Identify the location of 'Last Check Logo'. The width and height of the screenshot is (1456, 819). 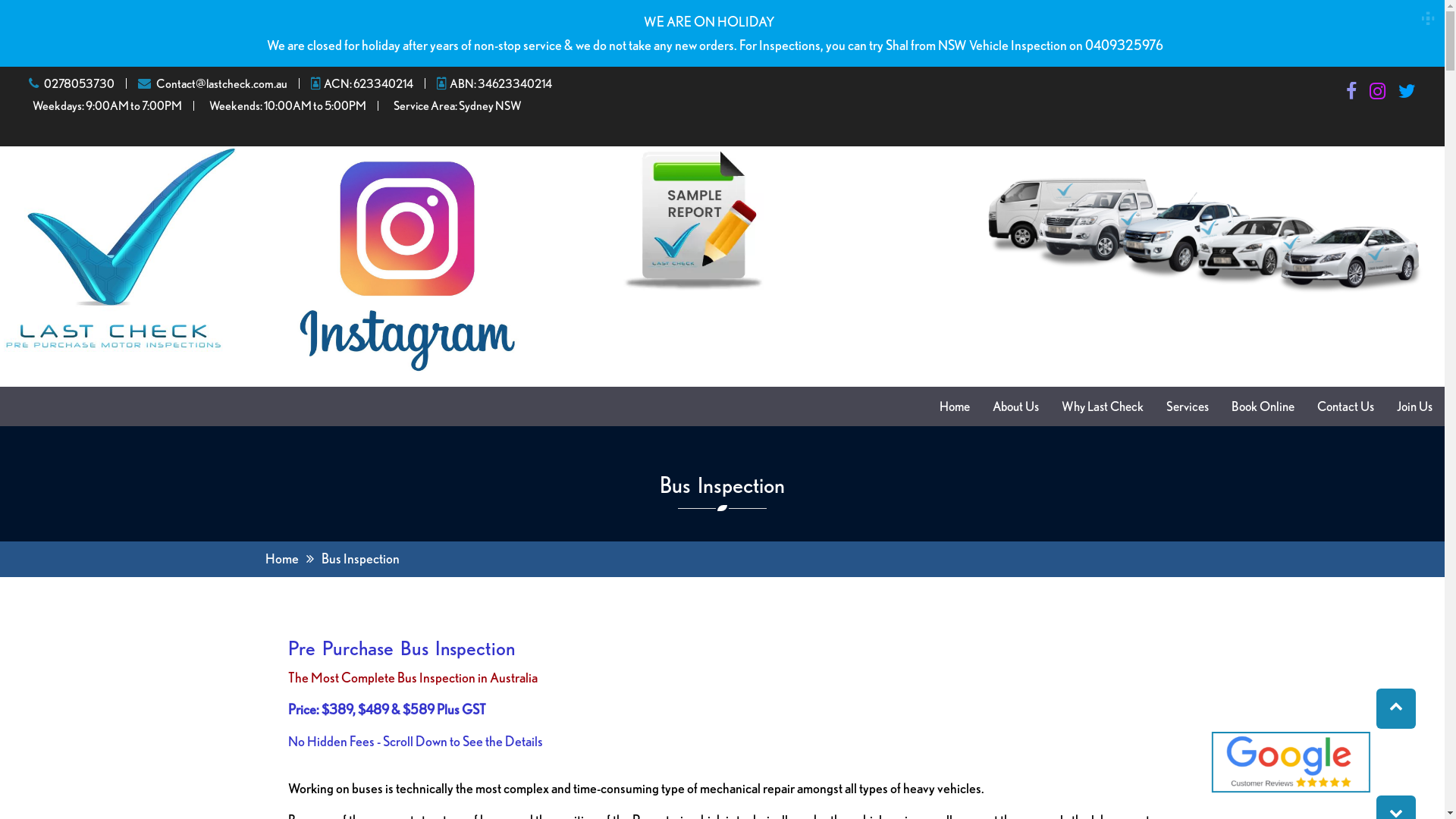
(119, 248).